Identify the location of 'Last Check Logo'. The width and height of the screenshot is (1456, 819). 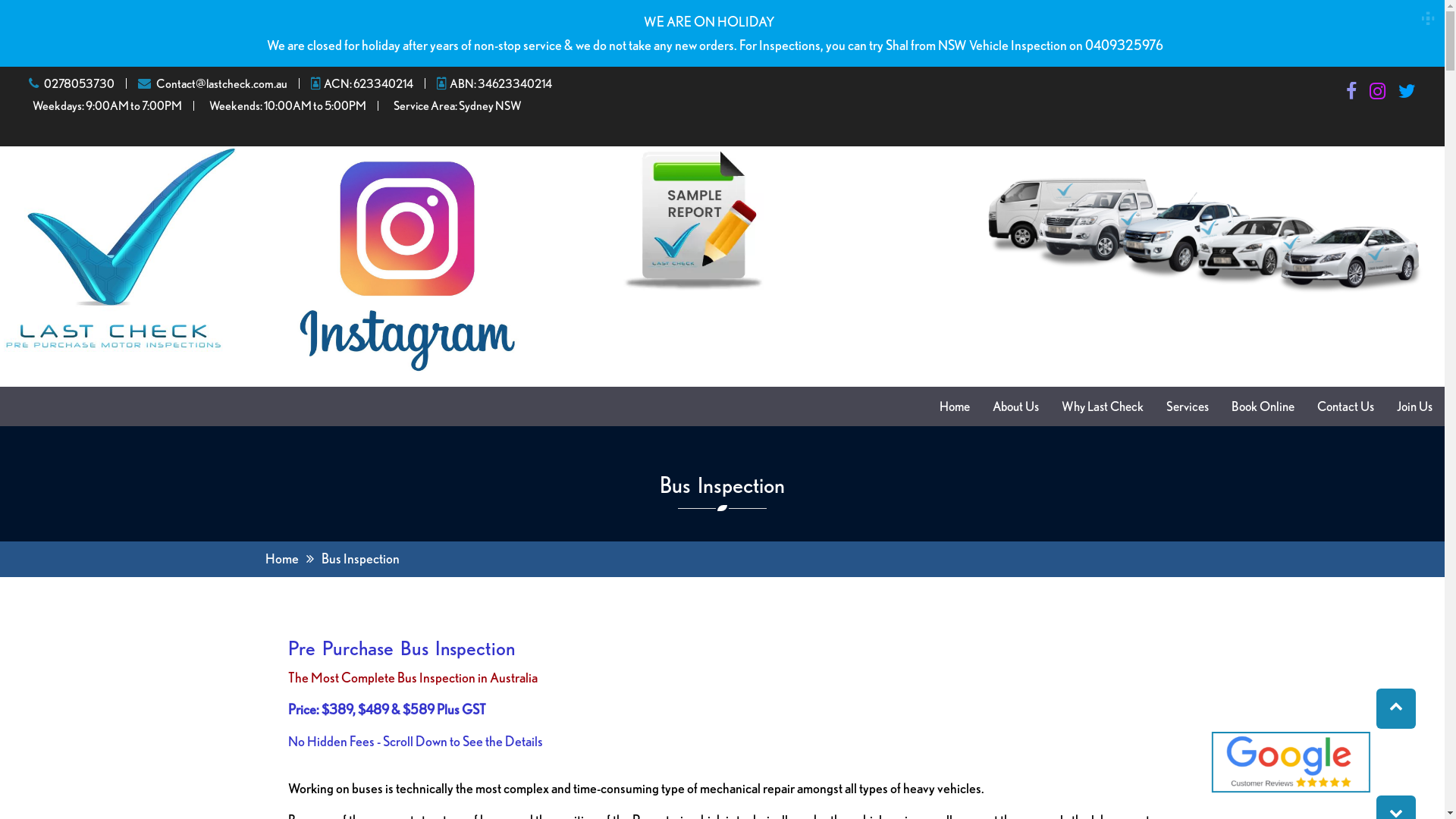
(119, 248).